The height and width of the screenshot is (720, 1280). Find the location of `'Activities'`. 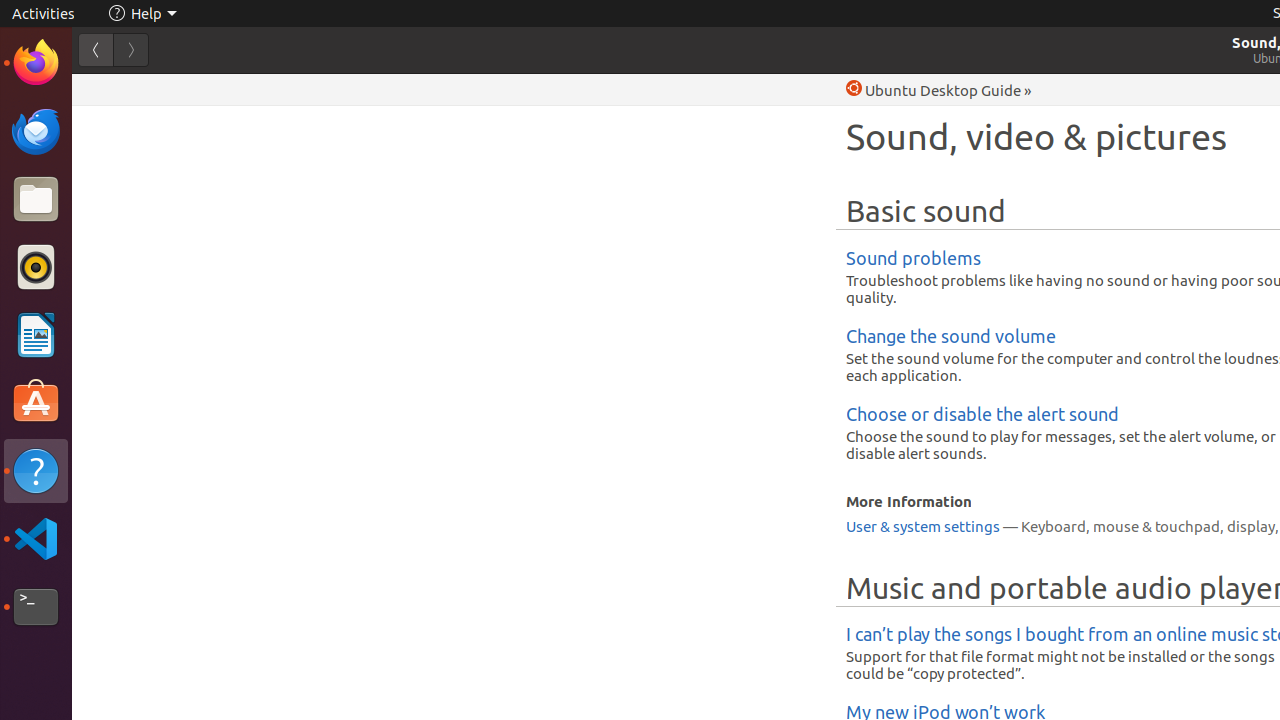

'Activities' is located at coordinates (43, 13).